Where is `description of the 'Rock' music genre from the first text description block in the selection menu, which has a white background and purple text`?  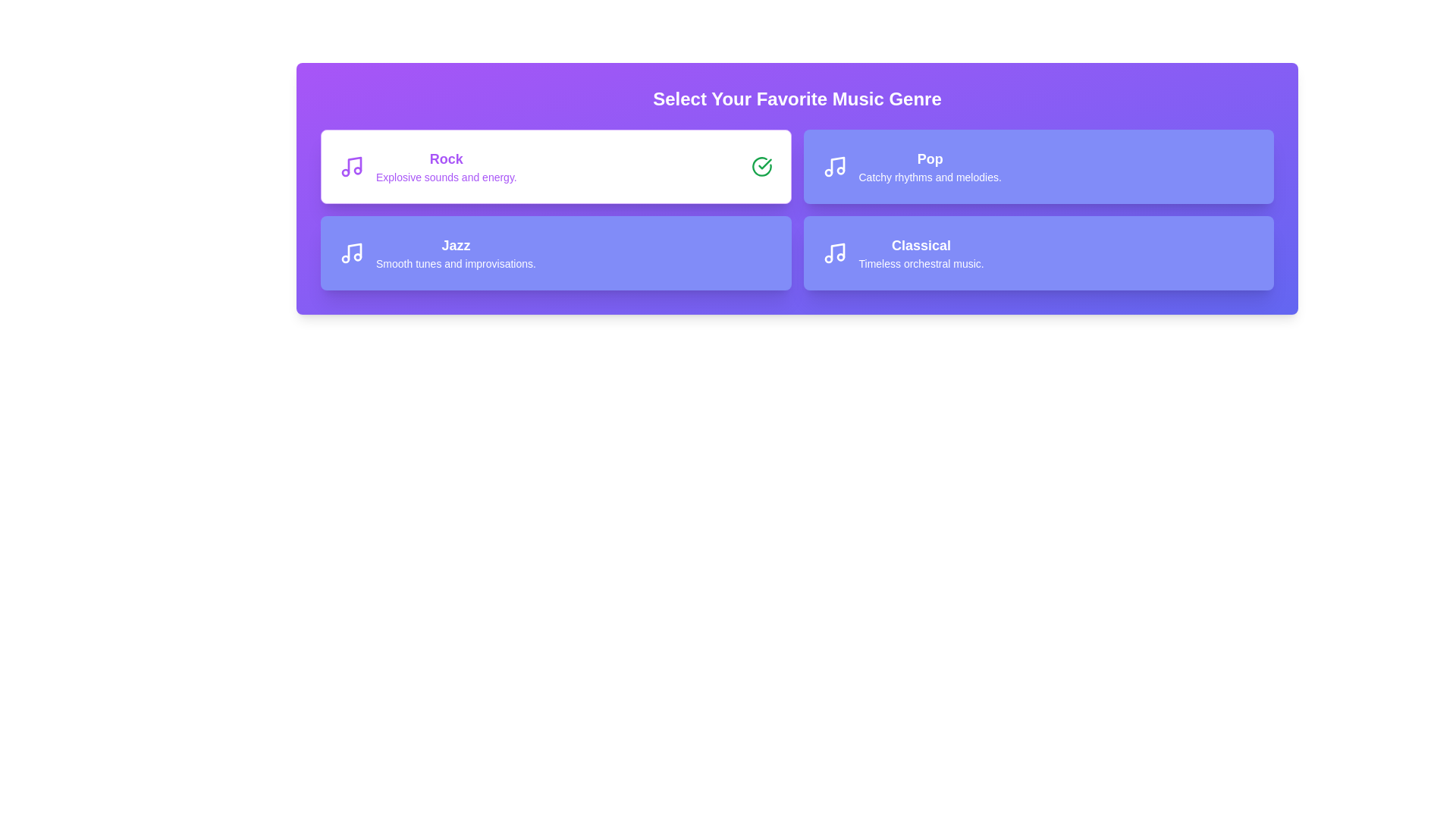
description of the 'Rock' music genre from the first text description block in the selection menu, which has a white background and purple text is located at coordinates (445, 166).